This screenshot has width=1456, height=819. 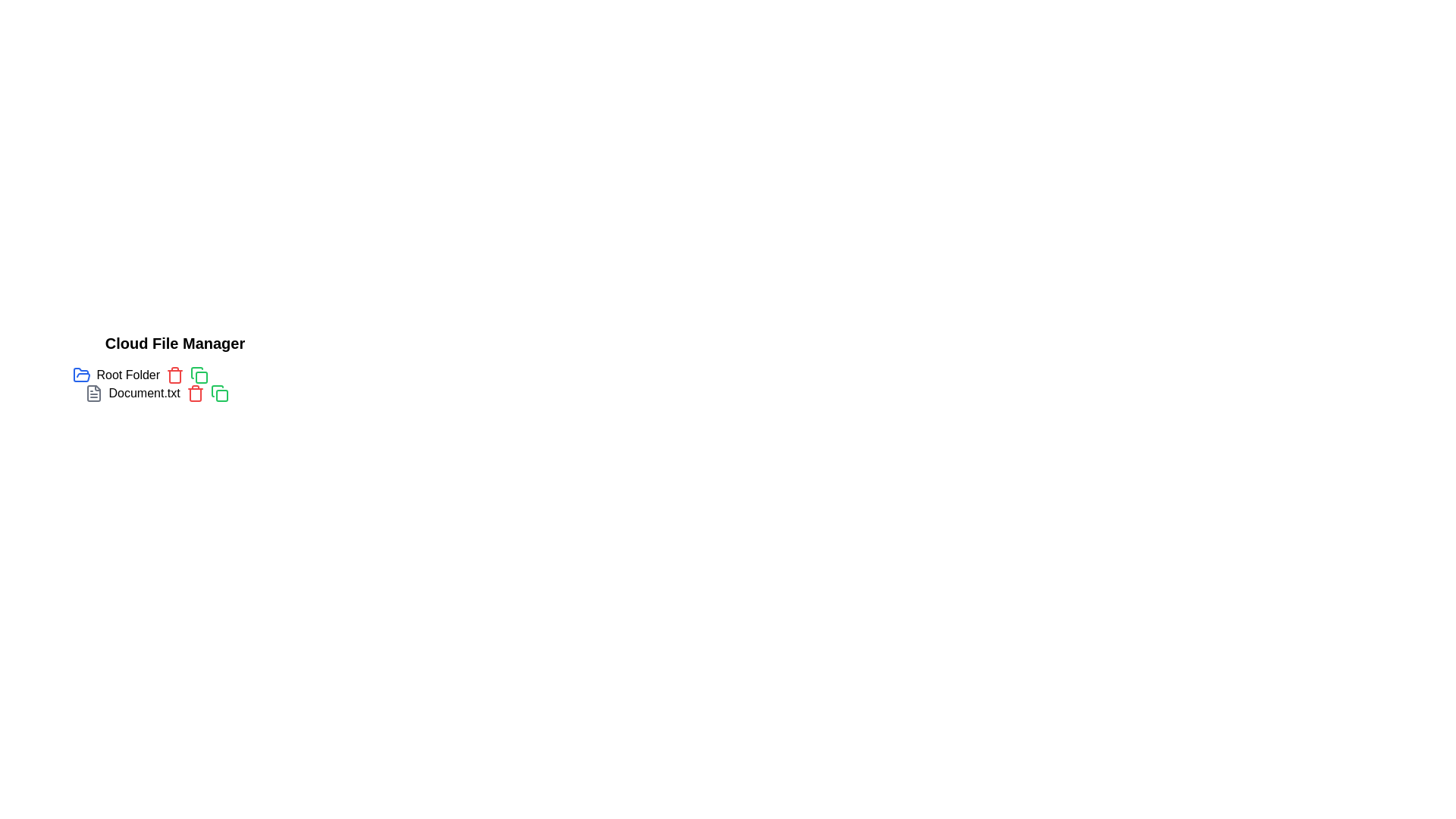 I want to click on the folder icon located to the left of the 'Root Folder' text, so click(x=80, y=375).